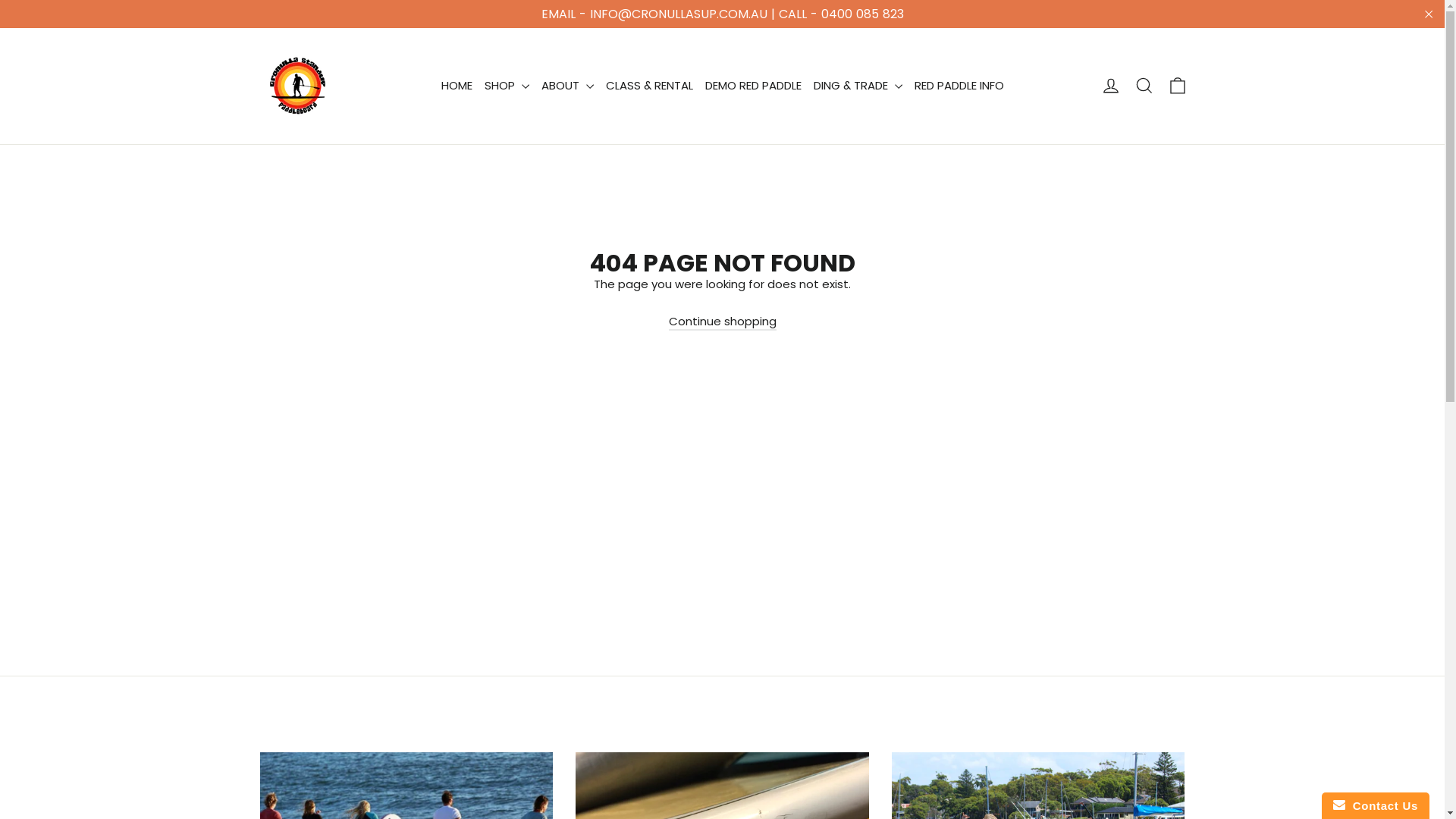  Describe the element at coordinates (566, 85) in the screenshot. I see `'ABOUT'` at that location.